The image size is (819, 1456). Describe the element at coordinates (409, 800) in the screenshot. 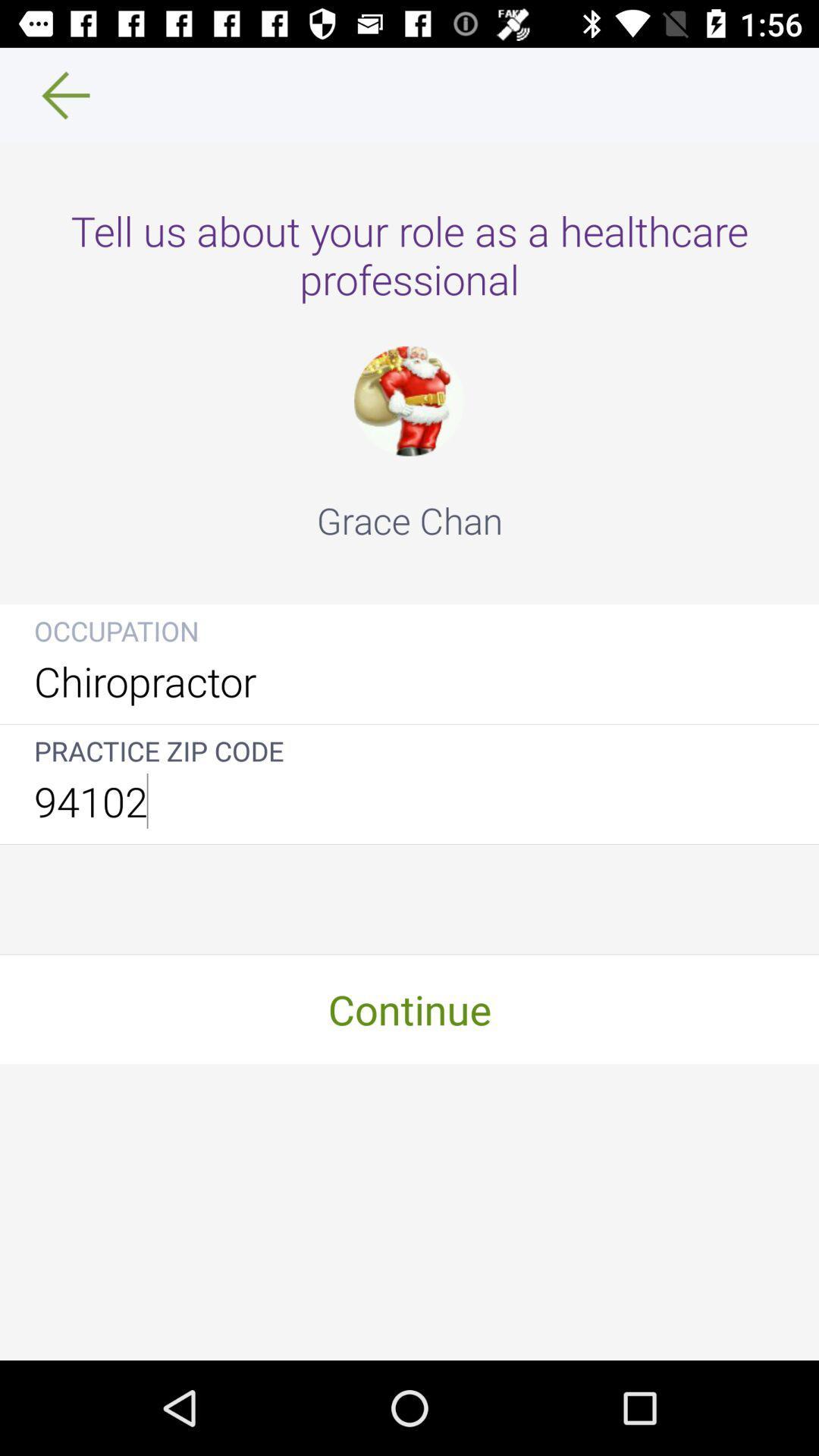

I see `the 94102 icon` at that location.